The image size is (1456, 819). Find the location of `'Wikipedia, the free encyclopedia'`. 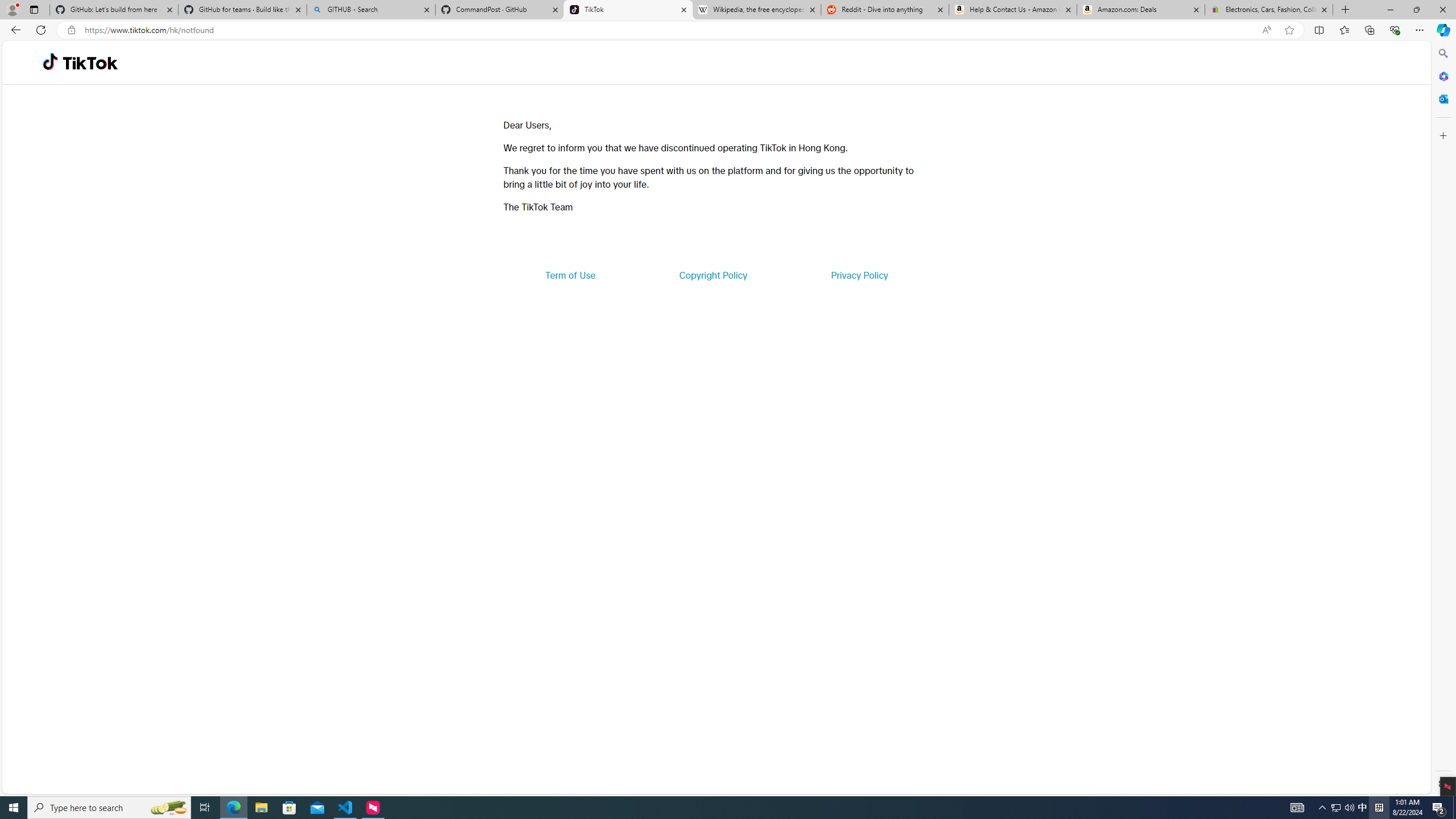

'Wikipedia, the free encyclopedia' is located at coordinates (755, 9).